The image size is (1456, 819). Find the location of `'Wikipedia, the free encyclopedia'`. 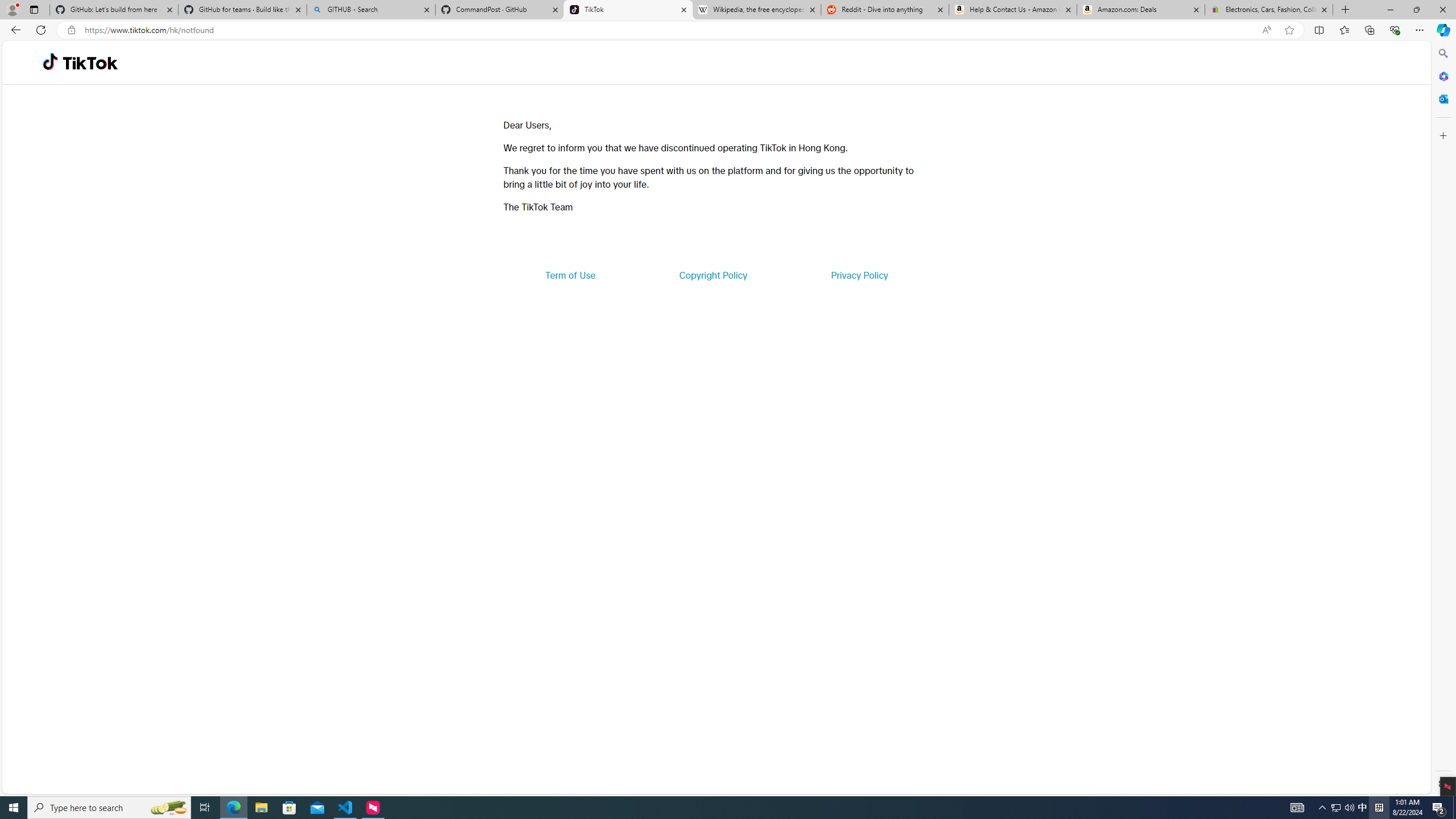

'Wikipedia, the free encyclopedia' is located at coordinates (755, 9).